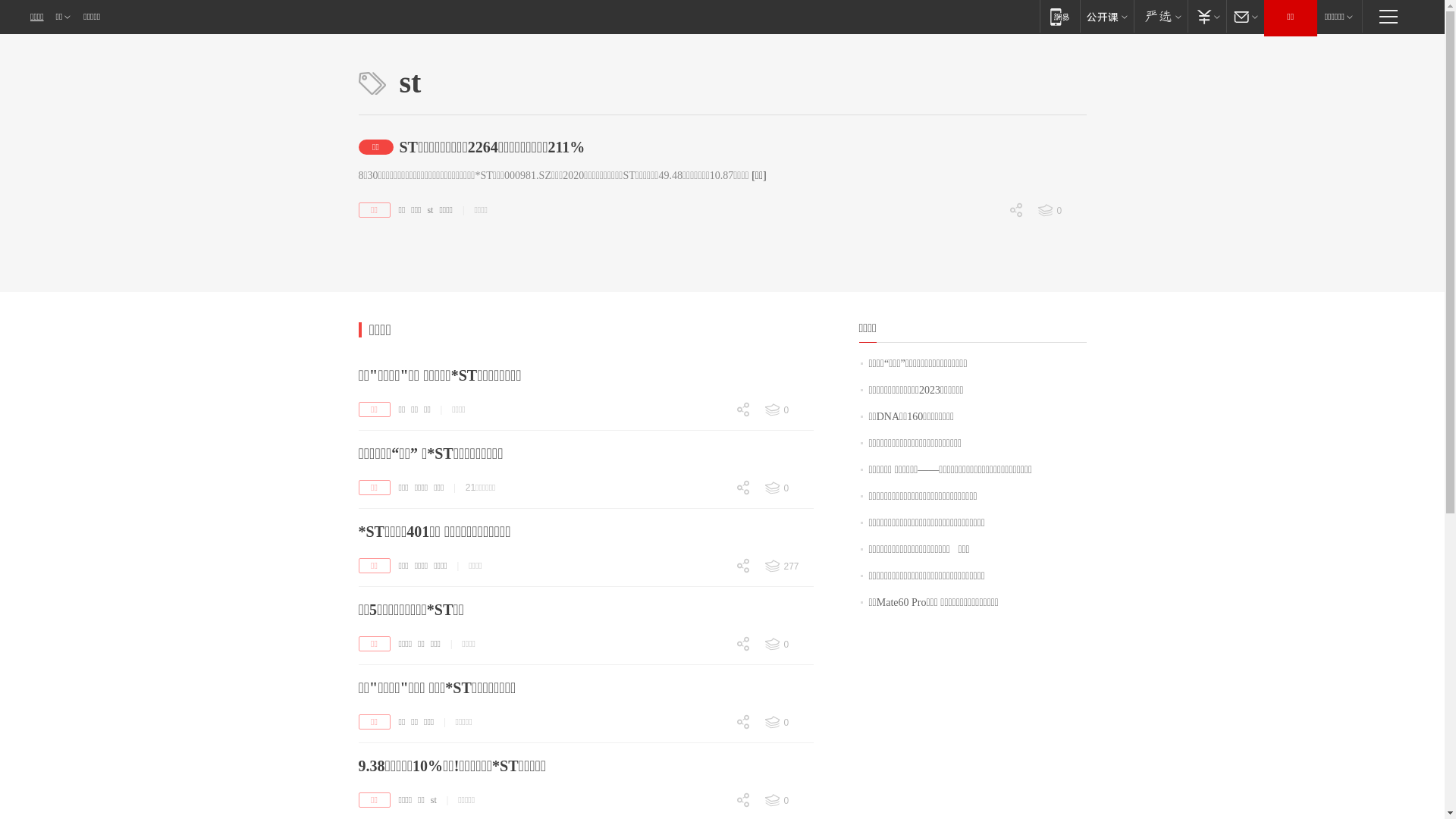  I want to click on '0', so click(787, 409).